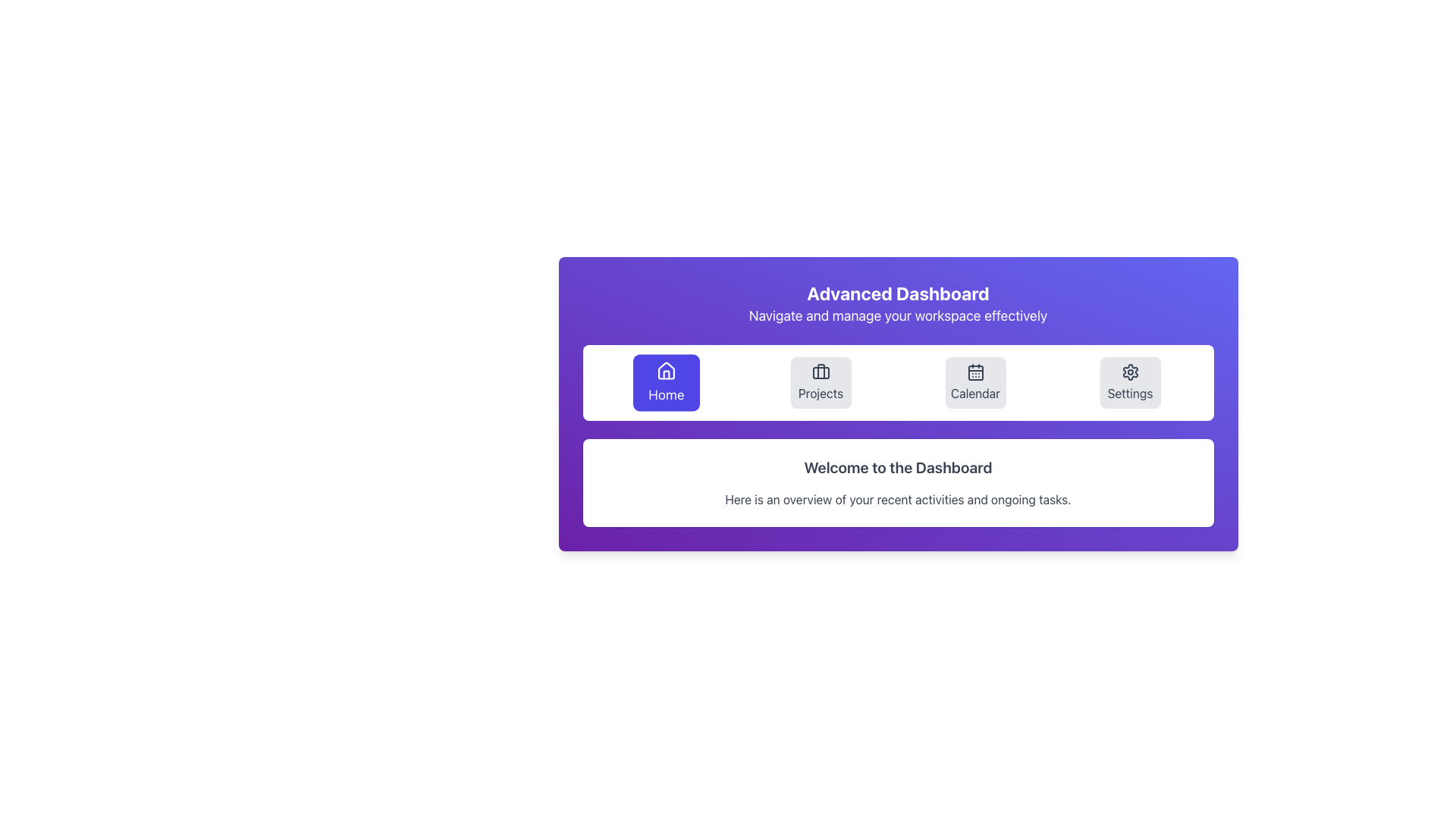  What do you see at coordinates (820, 373) in the screenshot?
I see `SVG Rectangle element that represents the main body of the briefcase icon, located in the middle of the icon` at bounding box center [820, 373].